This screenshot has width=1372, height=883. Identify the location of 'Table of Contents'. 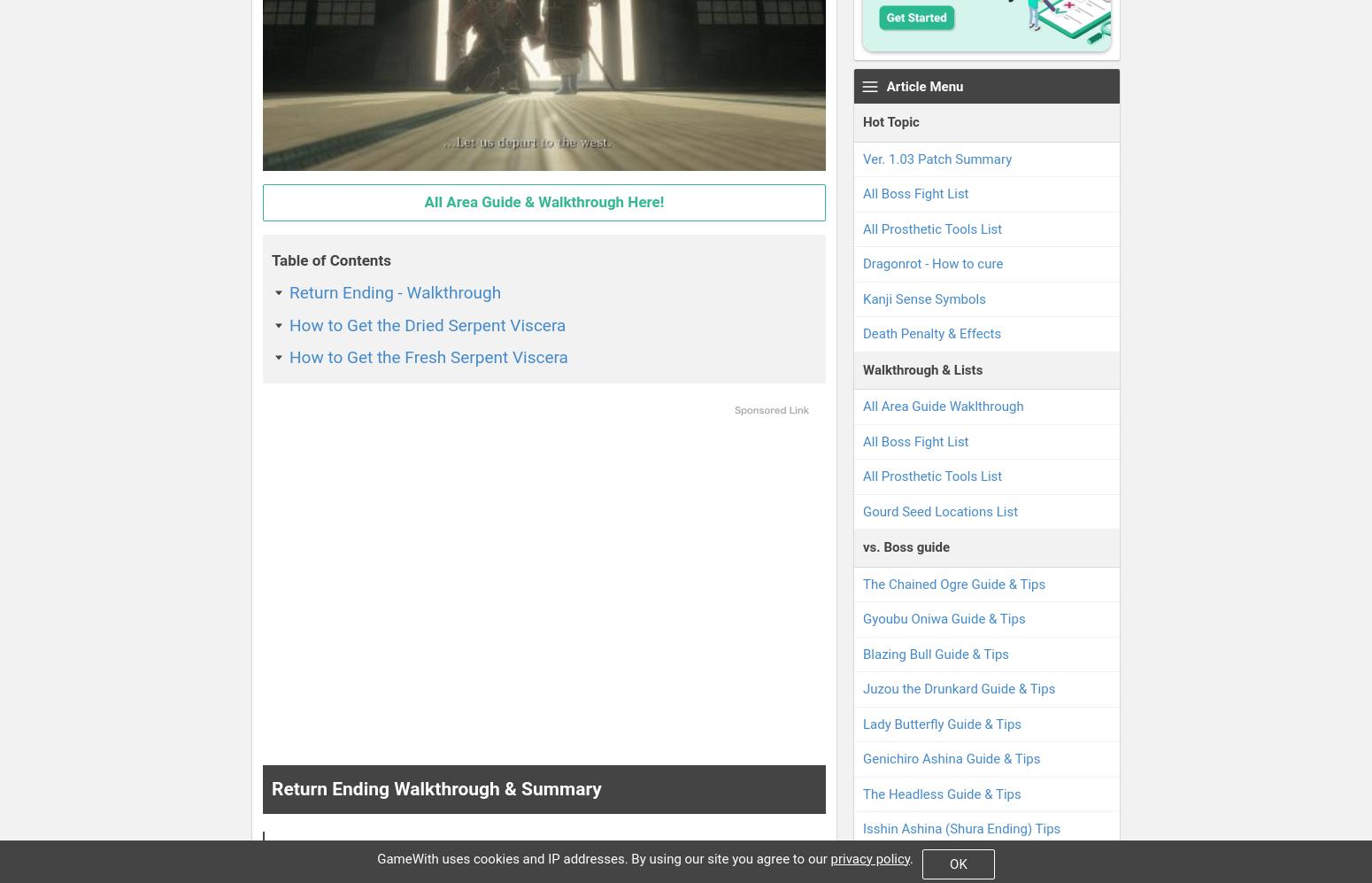
(272, 259).